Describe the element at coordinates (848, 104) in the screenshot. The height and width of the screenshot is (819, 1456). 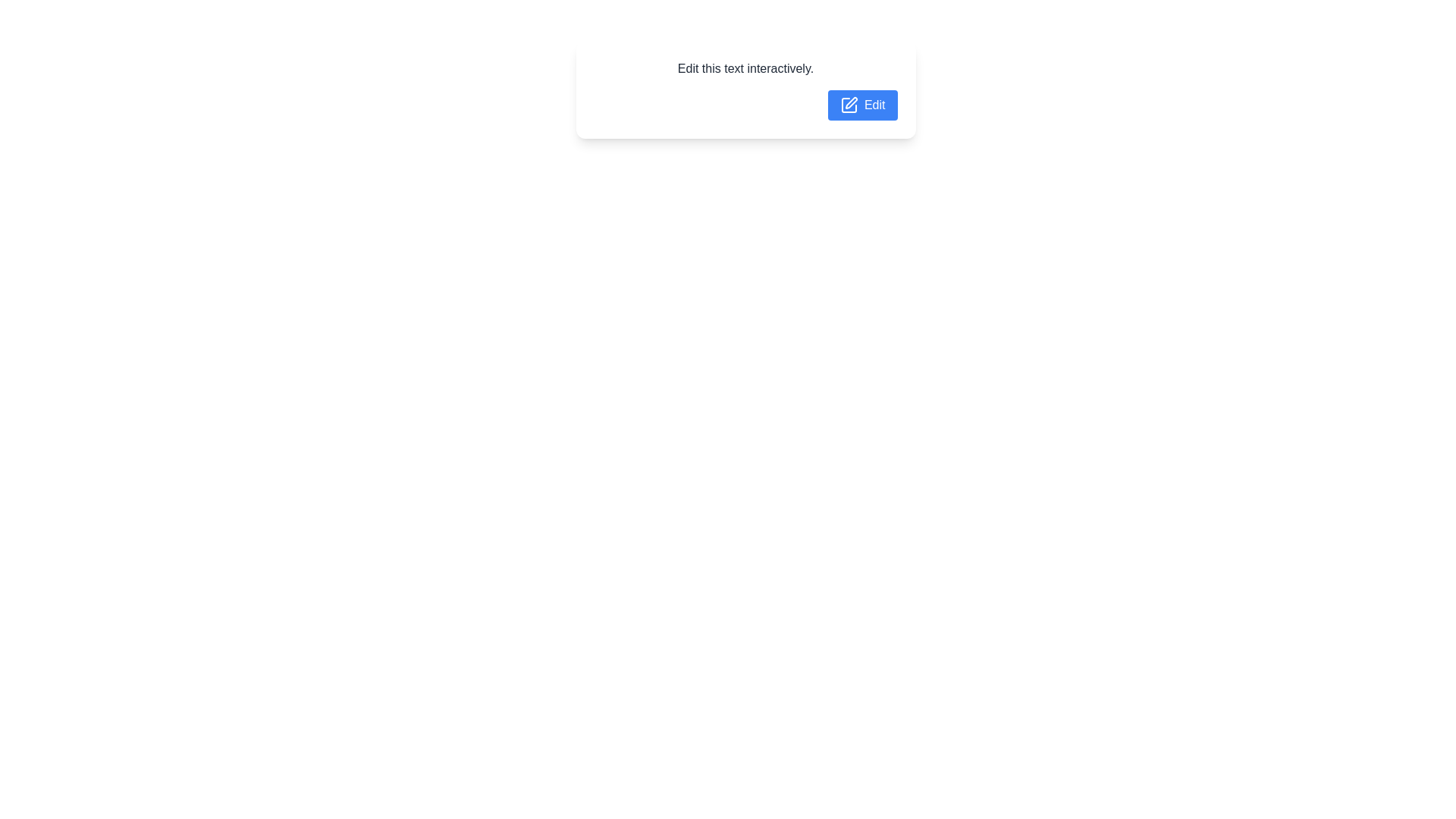
I see `the blue pen icon located to the left of the 'Edit' text inside the blue rectangular button at the bottom-right corner of the card interface` at that location.